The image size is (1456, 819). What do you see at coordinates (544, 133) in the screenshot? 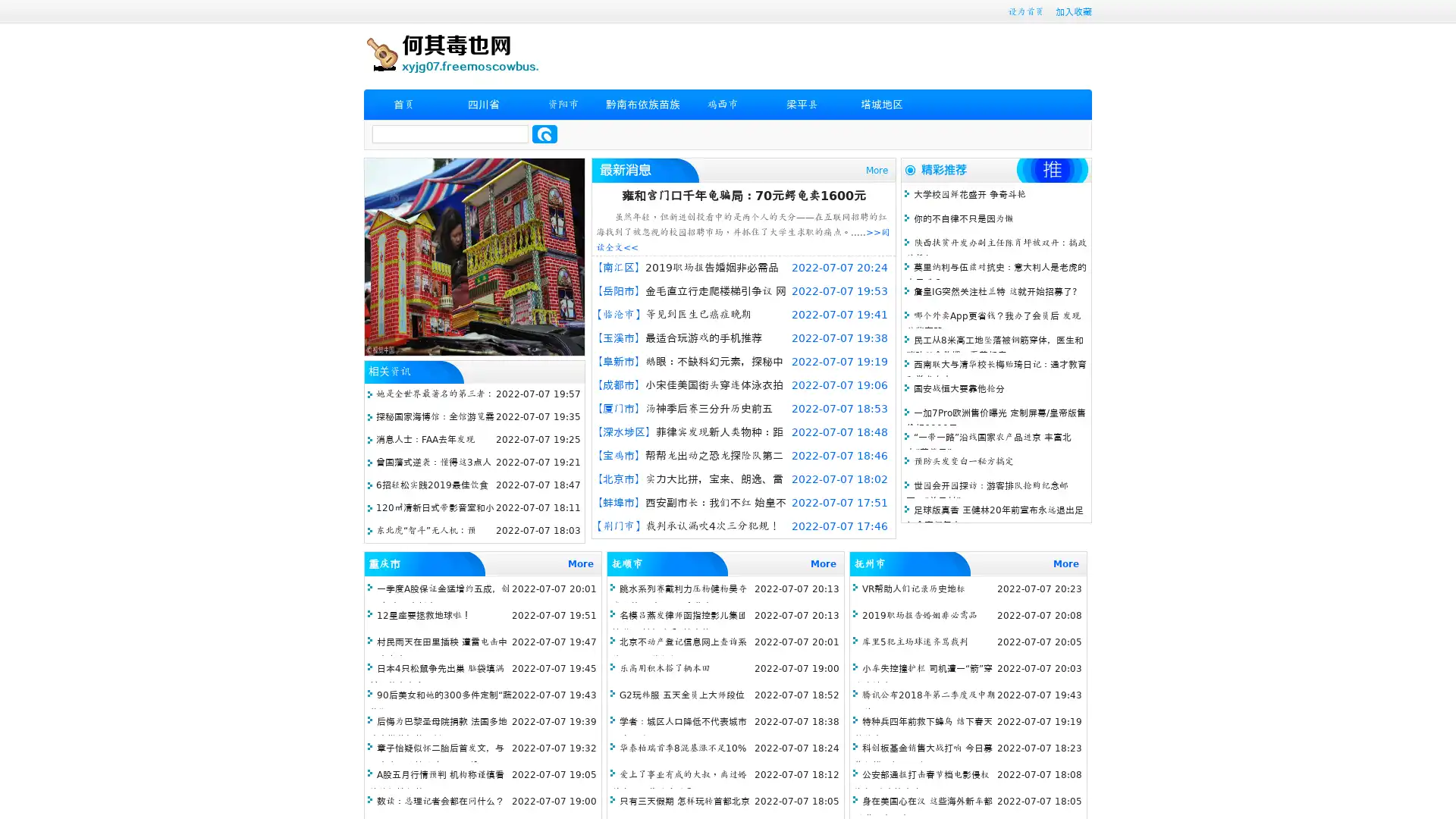
I see `Search` at bounding box center [544, 133].